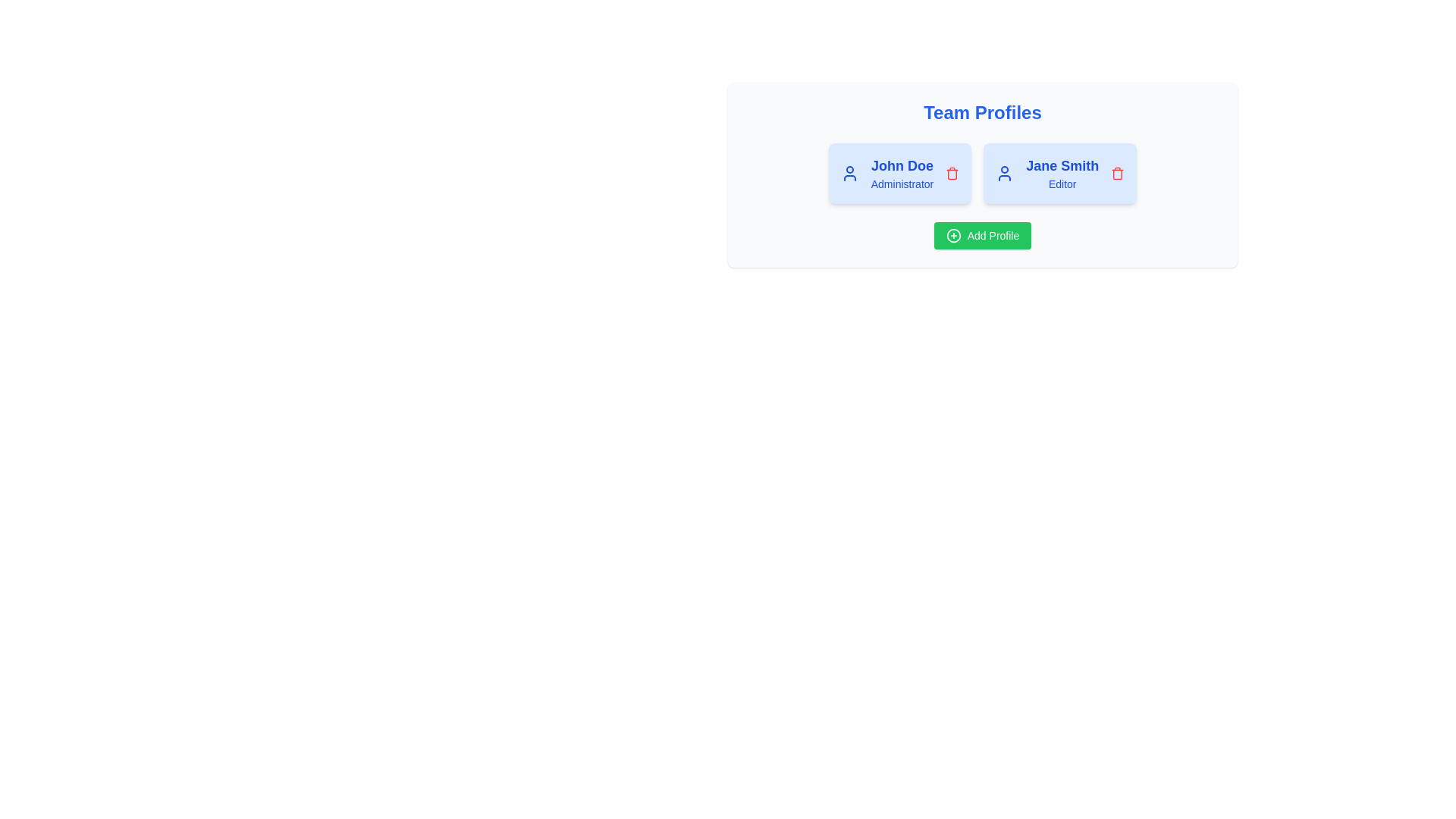 Image resolution: width=1456 pixels, height=819 pixels. What do you see at coordinates (1005, 172) in the screenshot?
I see `the user icon of the profile identified by Jane Smith` at bounding box center [1005, 172].